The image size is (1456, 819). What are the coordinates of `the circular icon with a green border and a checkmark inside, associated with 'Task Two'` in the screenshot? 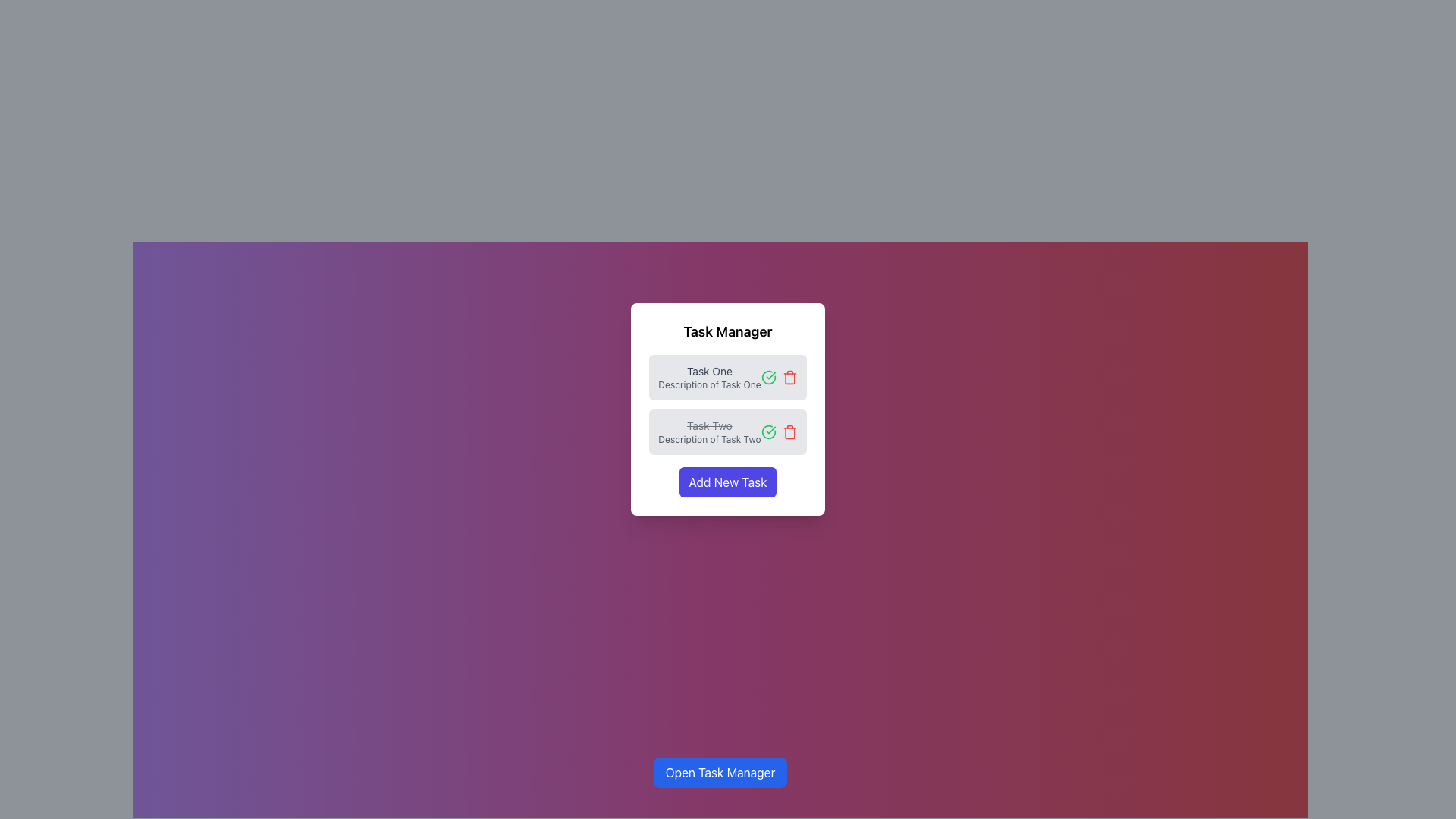 It's located at (768, 376).